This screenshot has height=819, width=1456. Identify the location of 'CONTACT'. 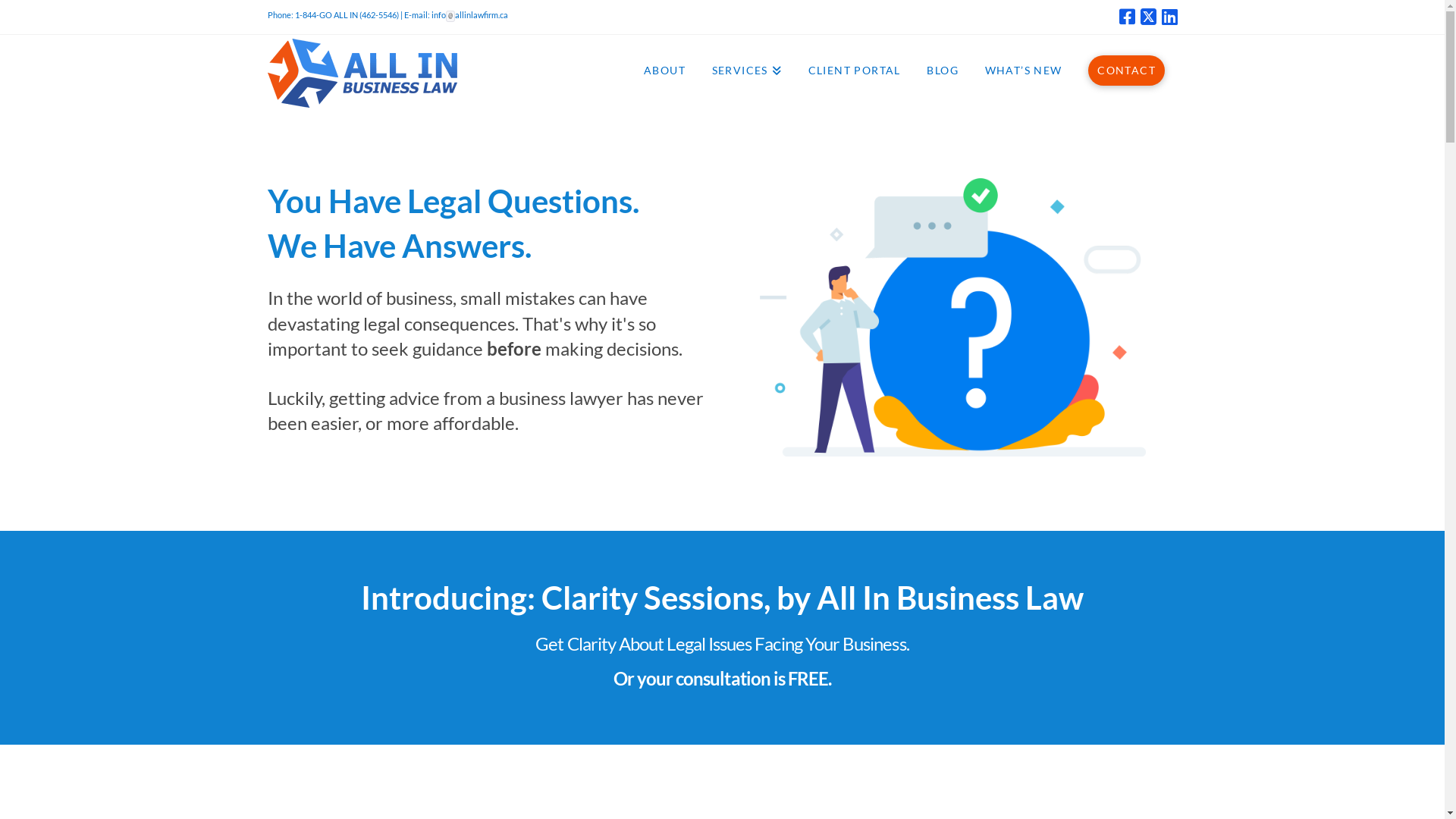
(1073, 69).